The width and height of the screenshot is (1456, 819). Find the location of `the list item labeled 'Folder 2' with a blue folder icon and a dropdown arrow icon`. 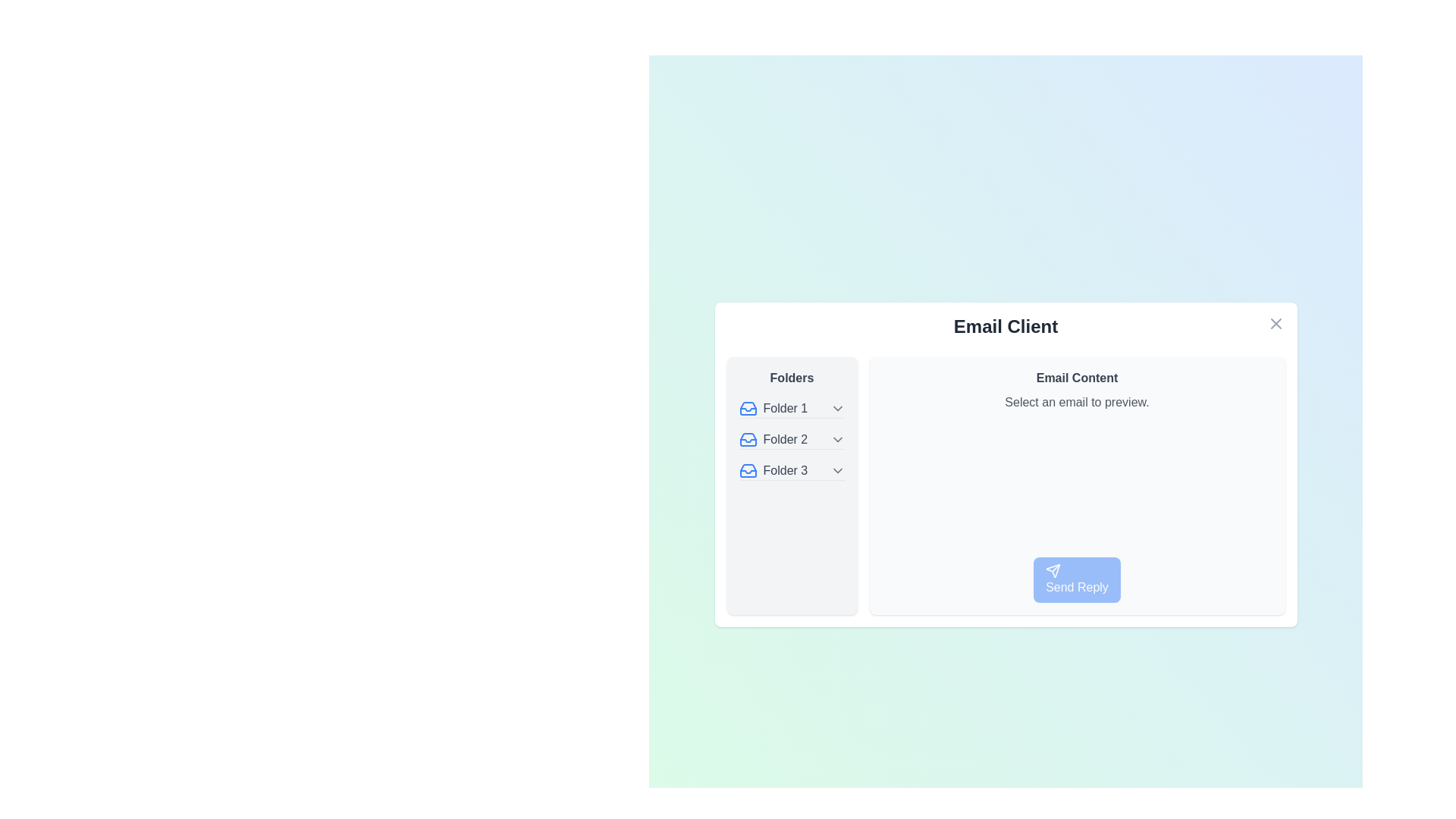

the list item labeled 'Folder 2' with a blue folder icon and a dropdown arrow icon is located at coordinates (791, 439).